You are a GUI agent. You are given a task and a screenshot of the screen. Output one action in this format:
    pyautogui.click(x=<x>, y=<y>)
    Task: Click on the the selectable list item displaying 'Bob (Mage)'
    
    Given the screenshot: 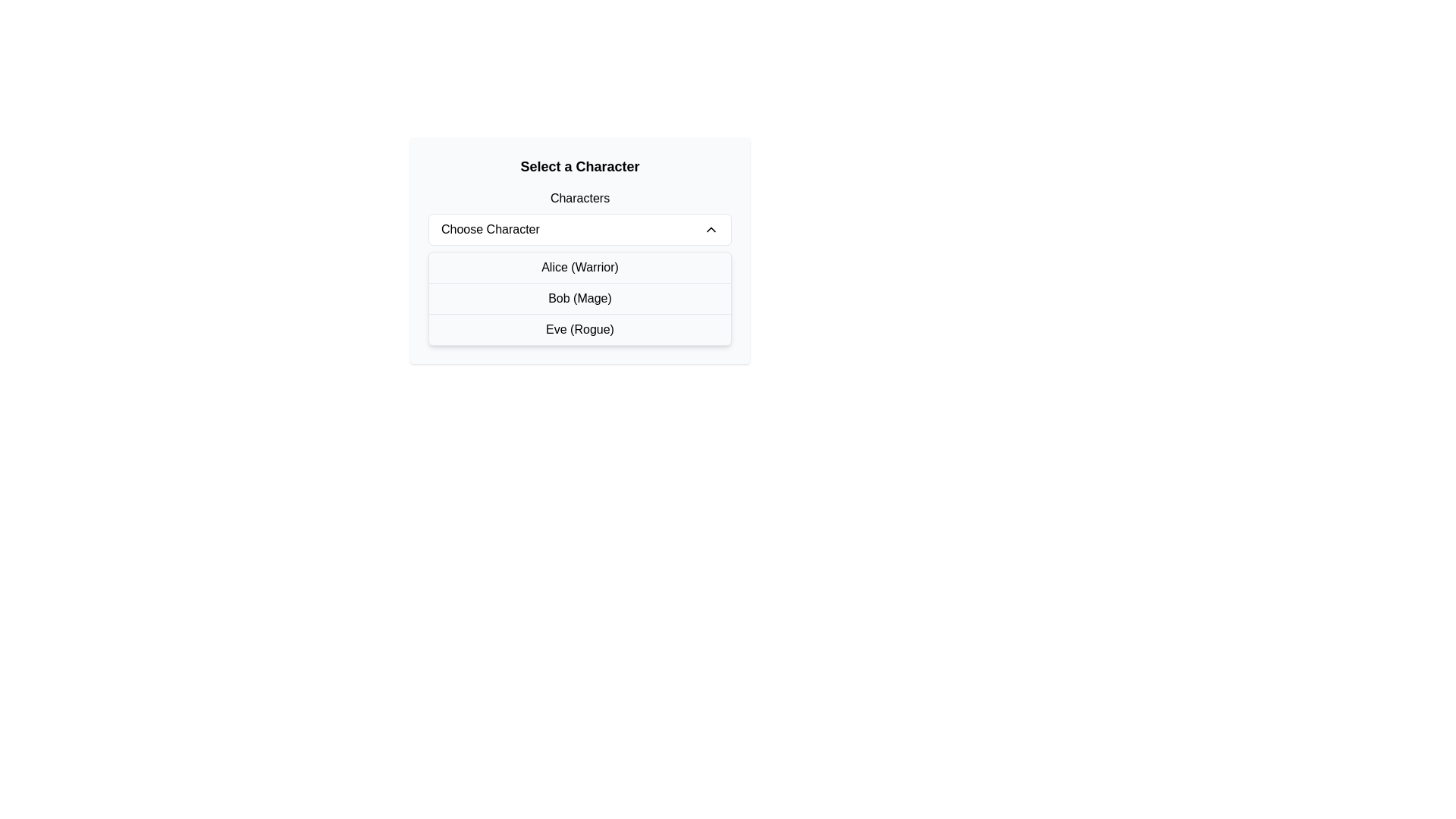 What is the action you would take?
    pyautogui.click(x=579, y=298)
    